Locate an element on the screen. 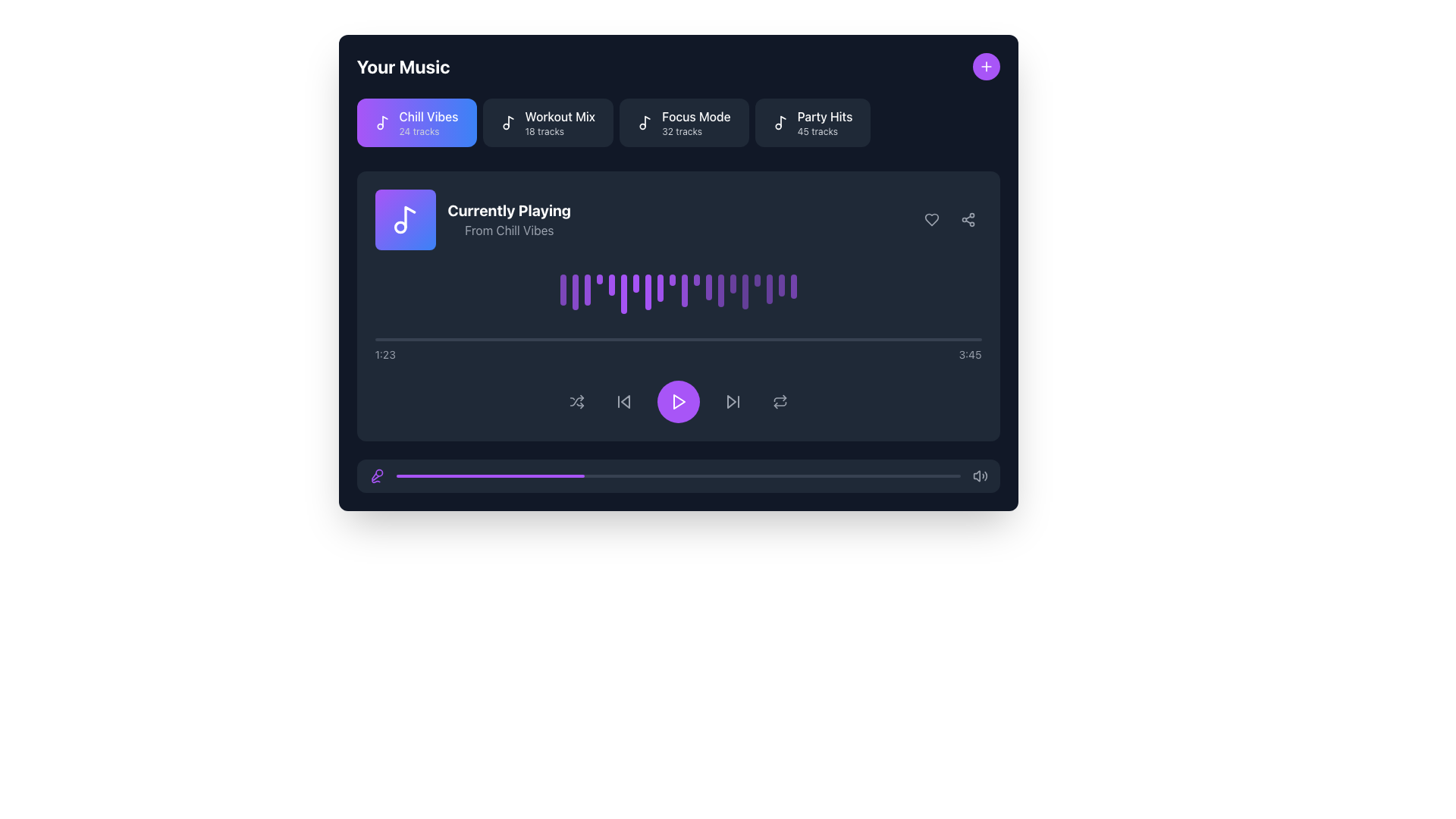 Image resolution: width=1456 pixels, height=819 pixels. the Progress bar indicator located at the bottom panel of the music interface, which visually represents the current playback or task progress is located at coordinates (490, 475).